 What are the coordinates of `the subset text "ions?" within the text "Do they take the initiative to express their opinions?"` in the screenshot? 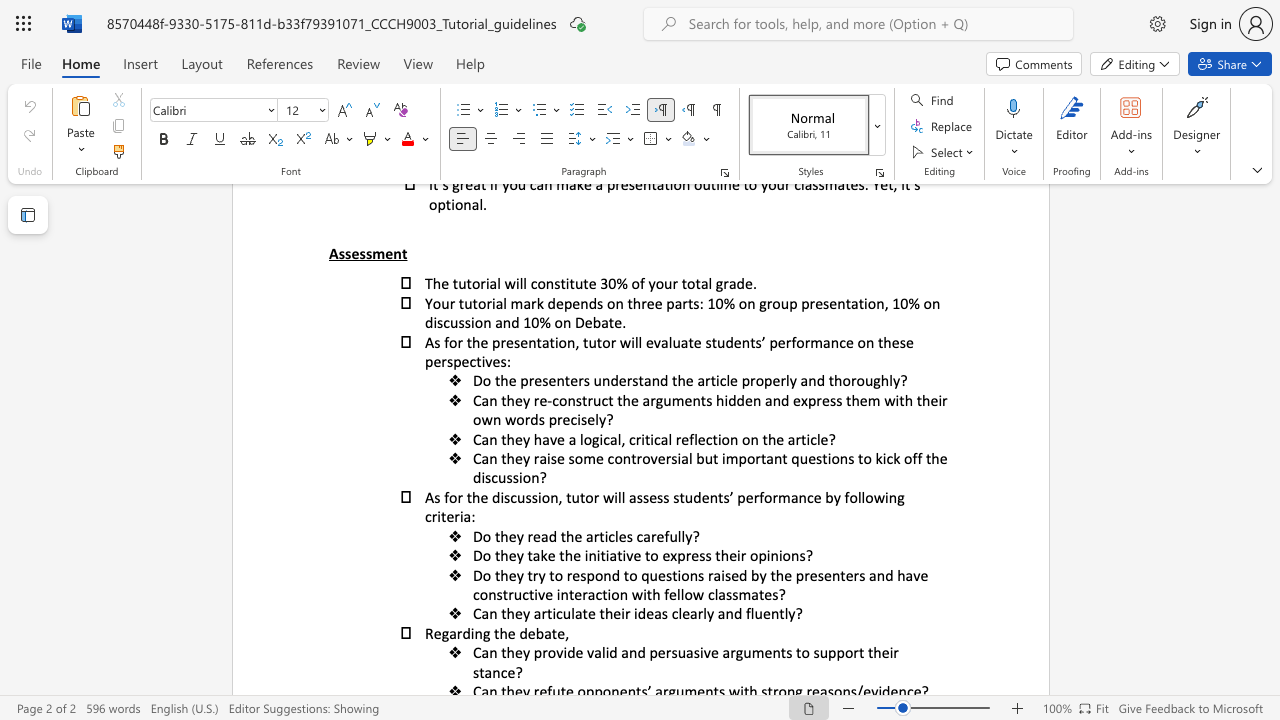 It's located at (777, 555).